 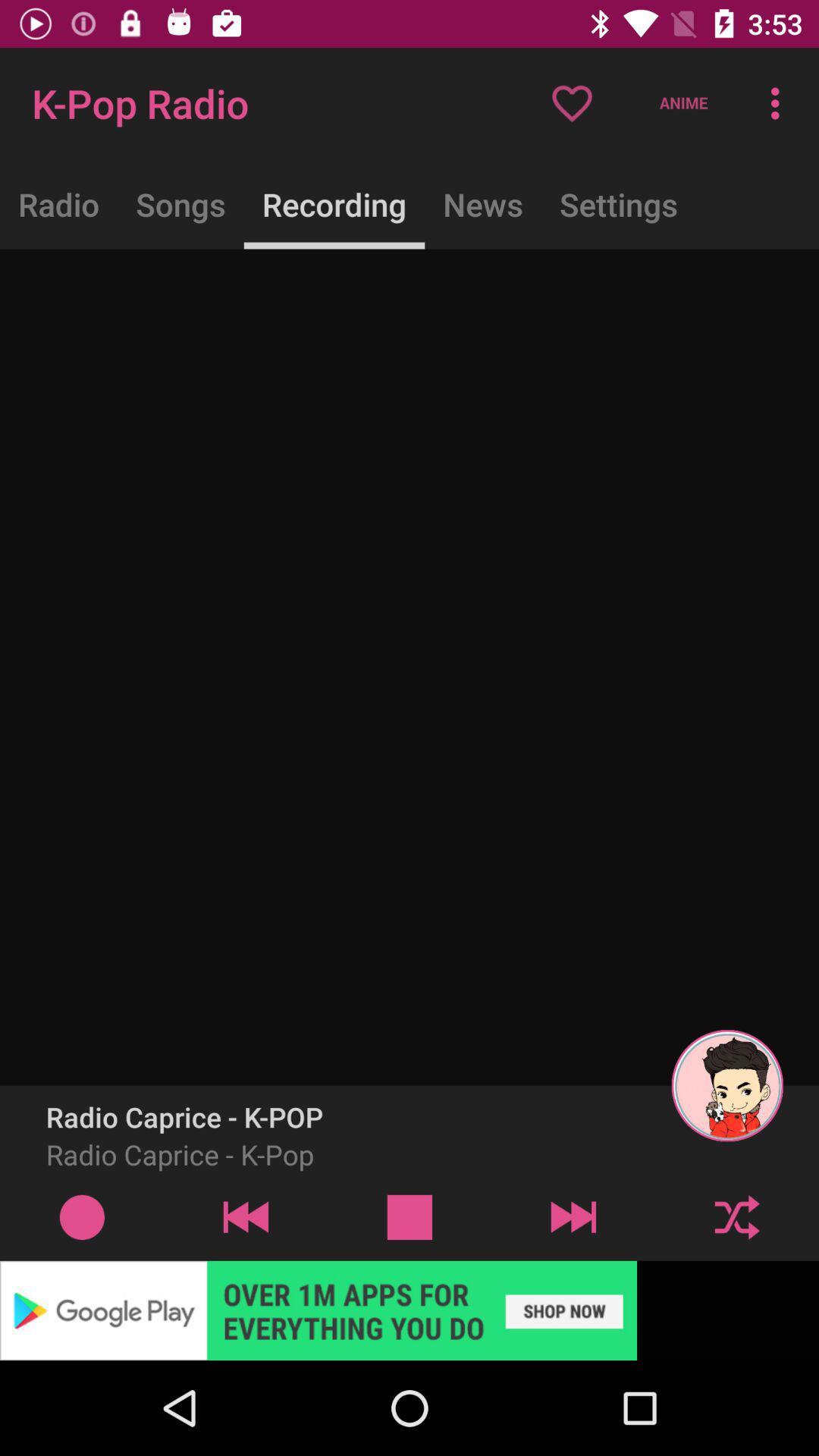 What do you see at coordinates (573, 1216) in the screenshot?
I see `move forward icon` at bounding box center [573, 1216].